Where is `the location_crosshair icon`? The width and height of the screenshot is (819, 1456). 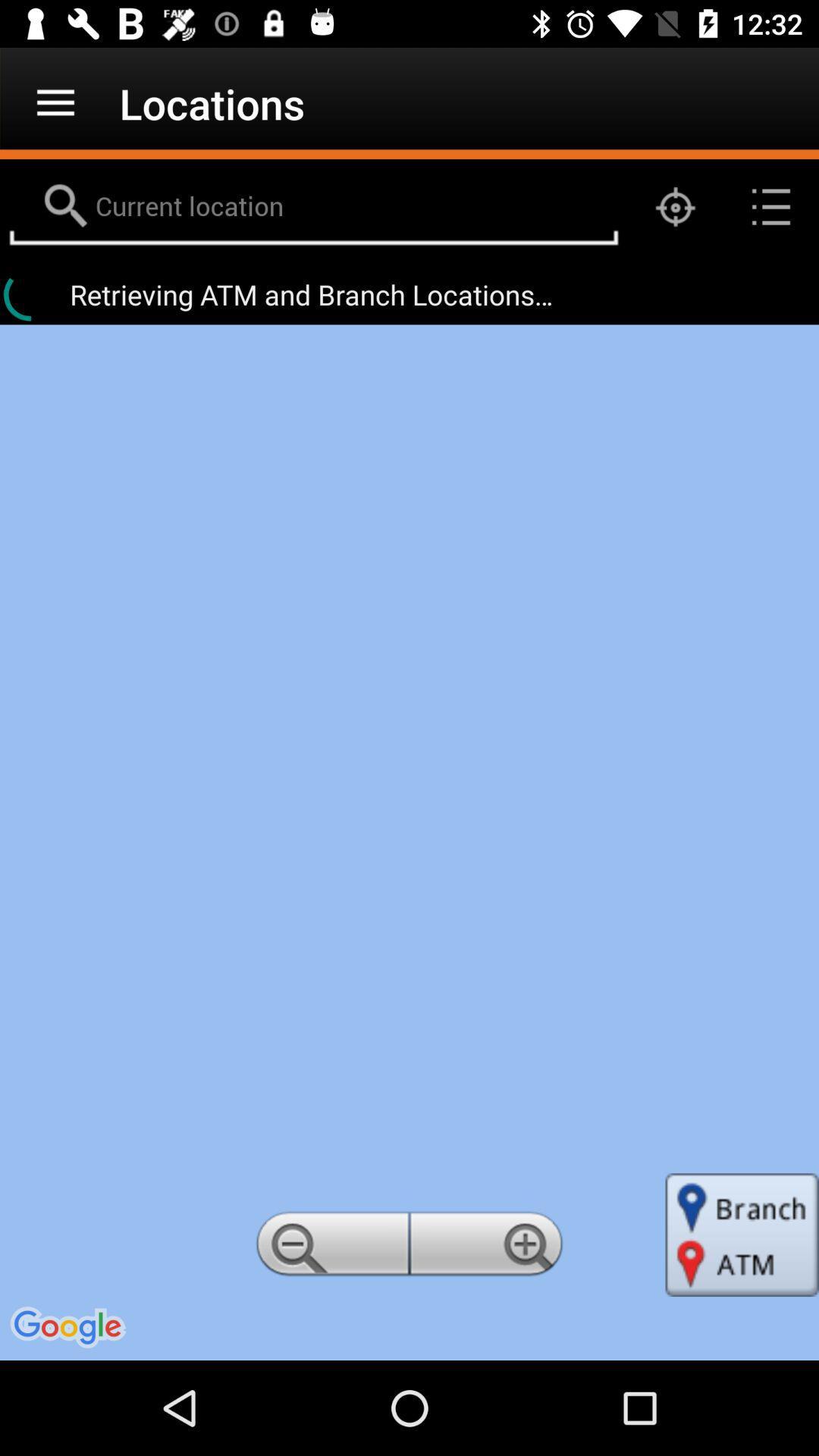 the location_crosshair icon is located at coordinates (675, 206).